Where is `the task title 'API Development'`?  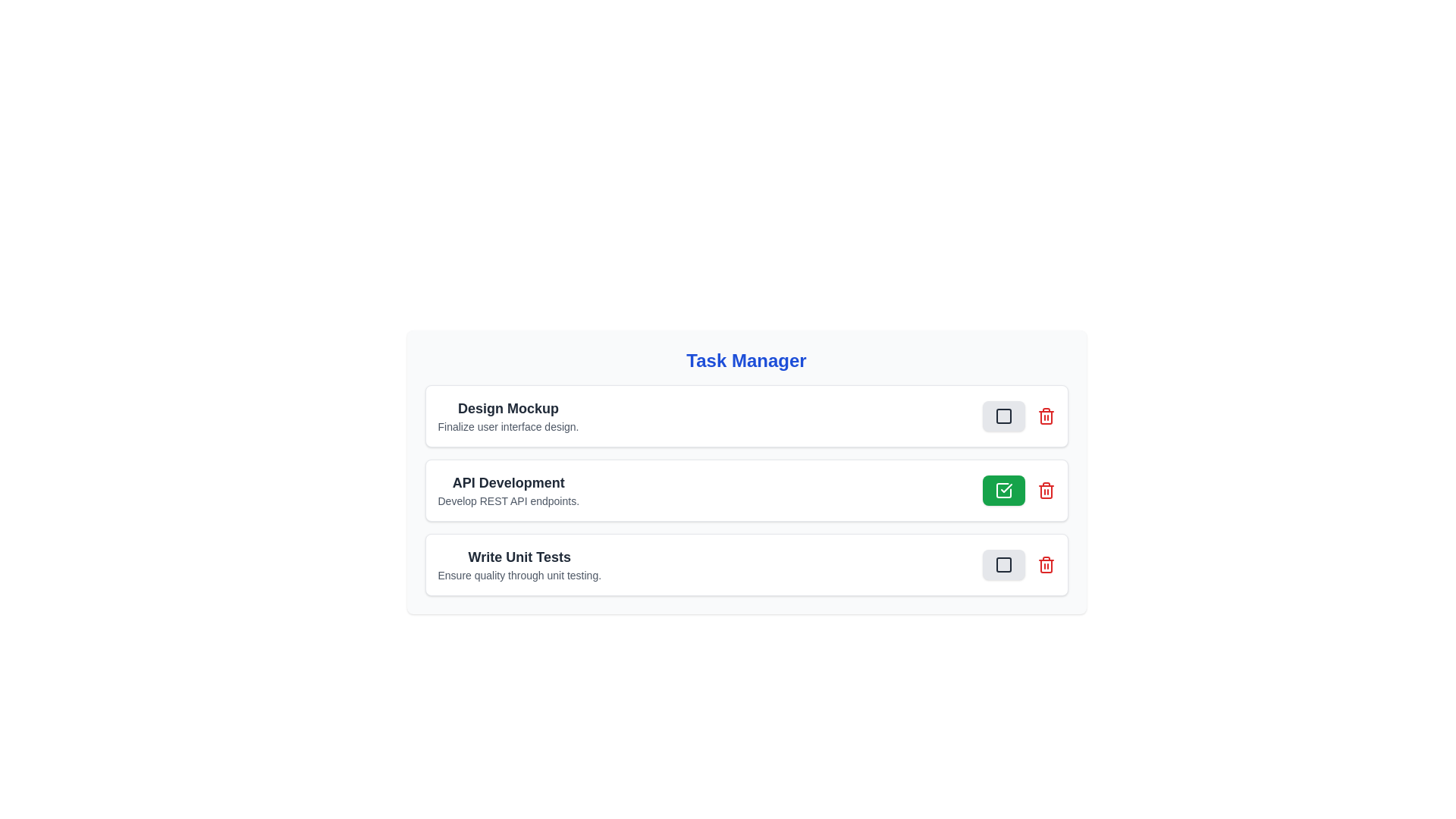 the task title 'API Development' is located at coordinates (746, 491).